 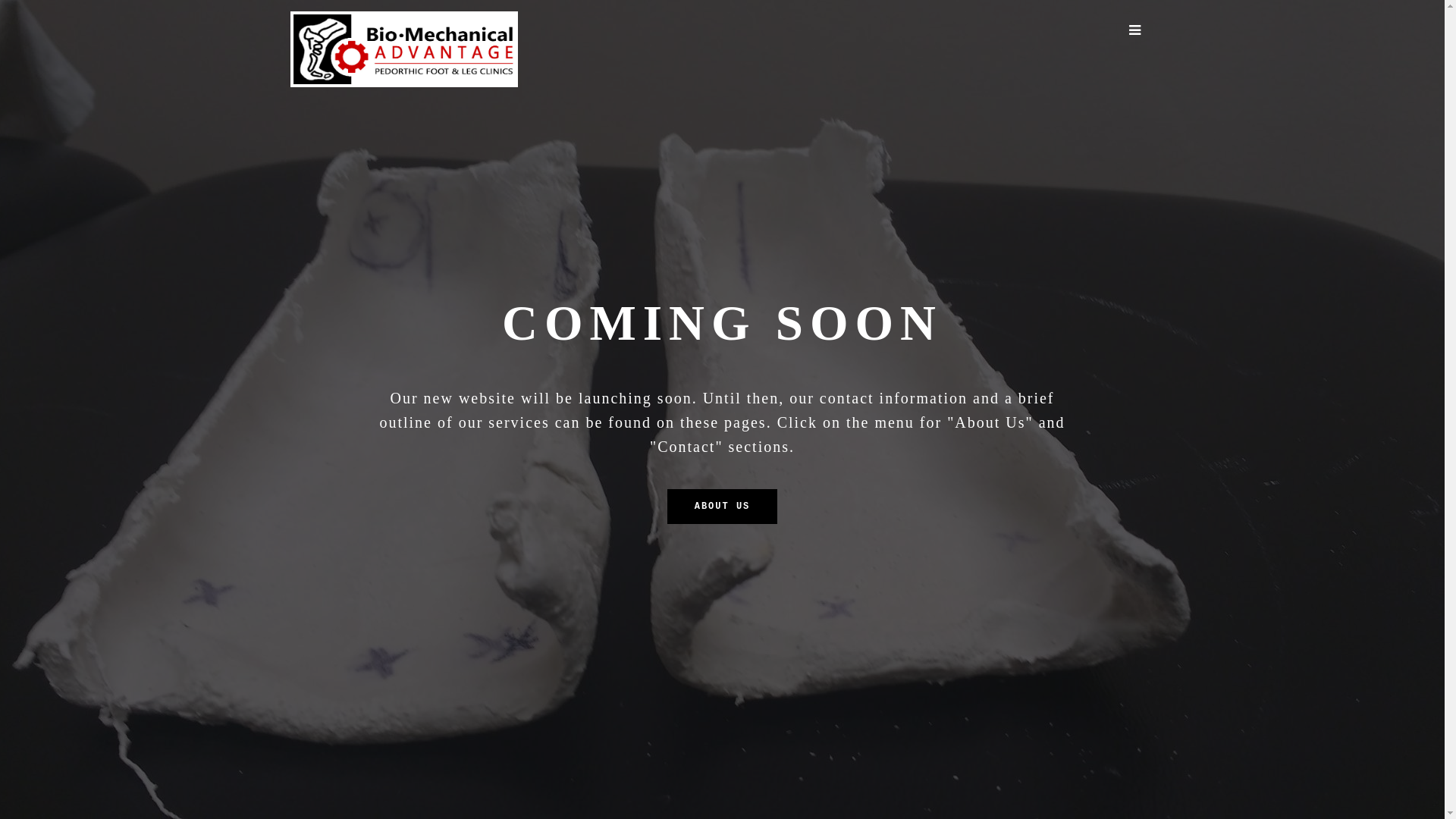 I want to click on 'ABOUT US', so click(x=722, y=506).